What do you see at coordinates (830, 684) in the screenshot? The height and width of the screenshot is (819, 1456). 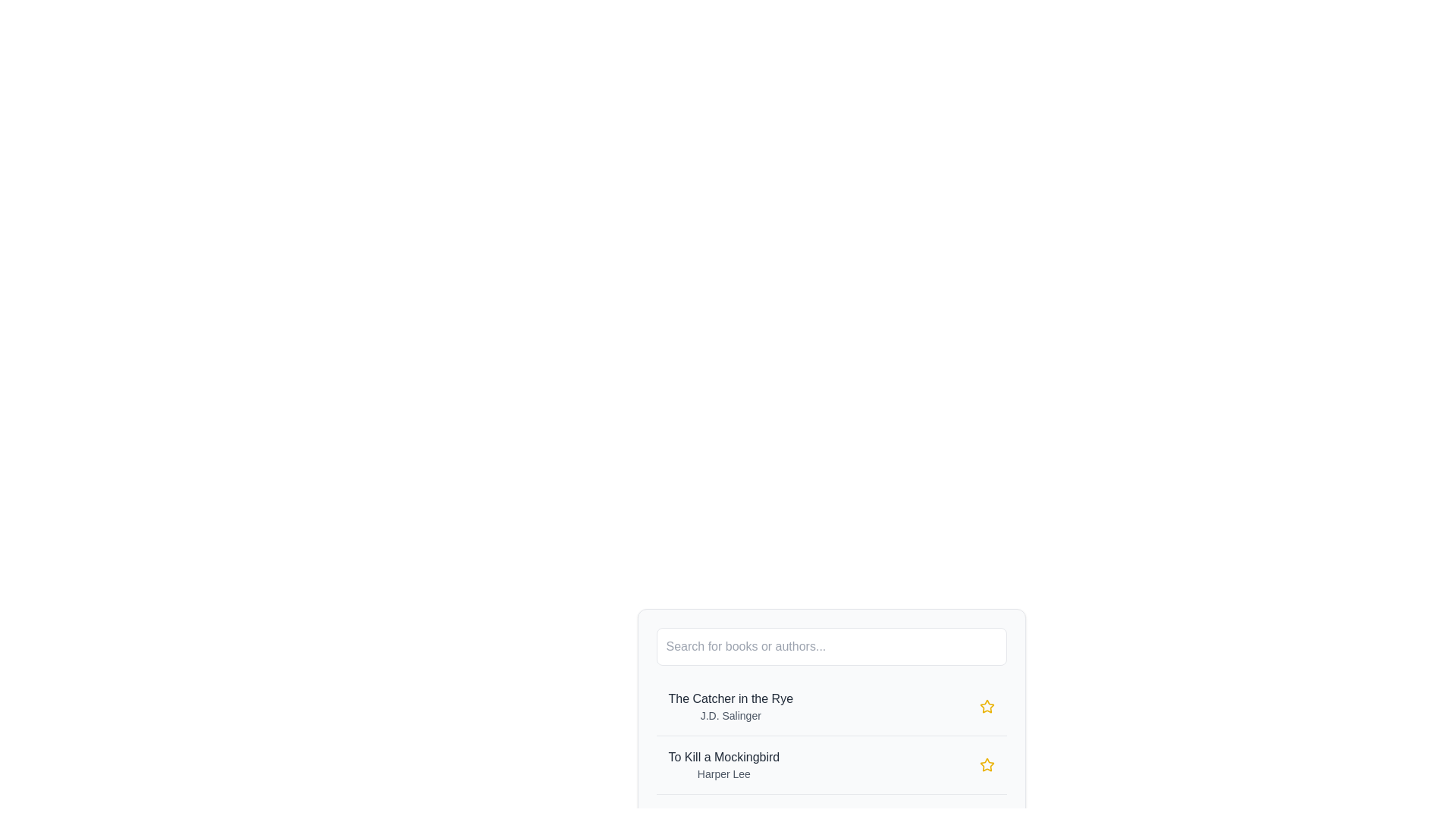 I see `the first selectable book entry in the list for 'The Catcher in the Rye'` at bounding box center [830, 684].